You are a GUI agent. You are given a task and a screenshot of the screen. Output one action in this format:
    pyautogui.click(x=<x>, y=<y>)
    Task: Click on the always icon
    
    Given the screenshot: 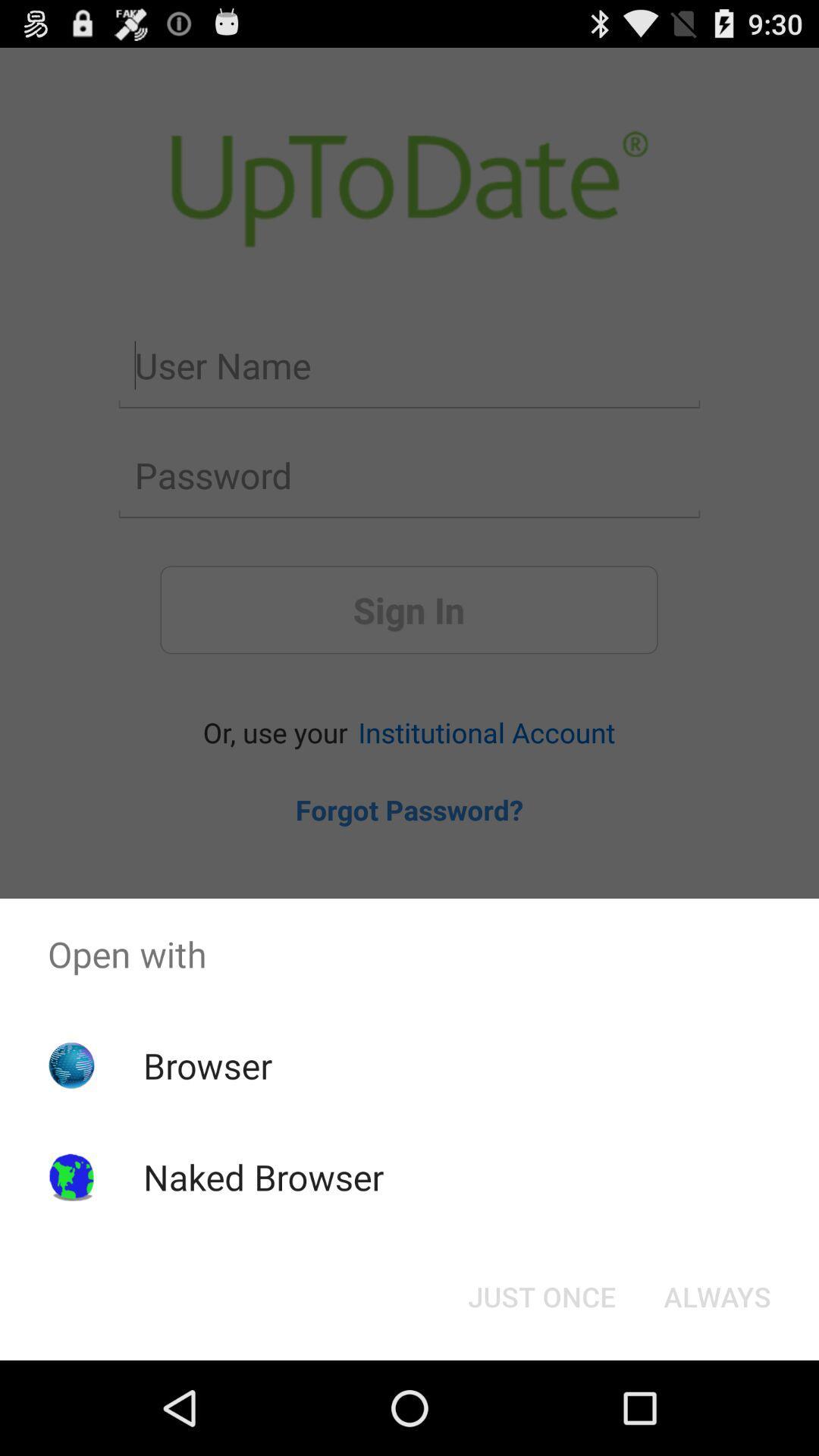 What is the action you would take?
    pyautogui.click(x=717, y=1295)
    